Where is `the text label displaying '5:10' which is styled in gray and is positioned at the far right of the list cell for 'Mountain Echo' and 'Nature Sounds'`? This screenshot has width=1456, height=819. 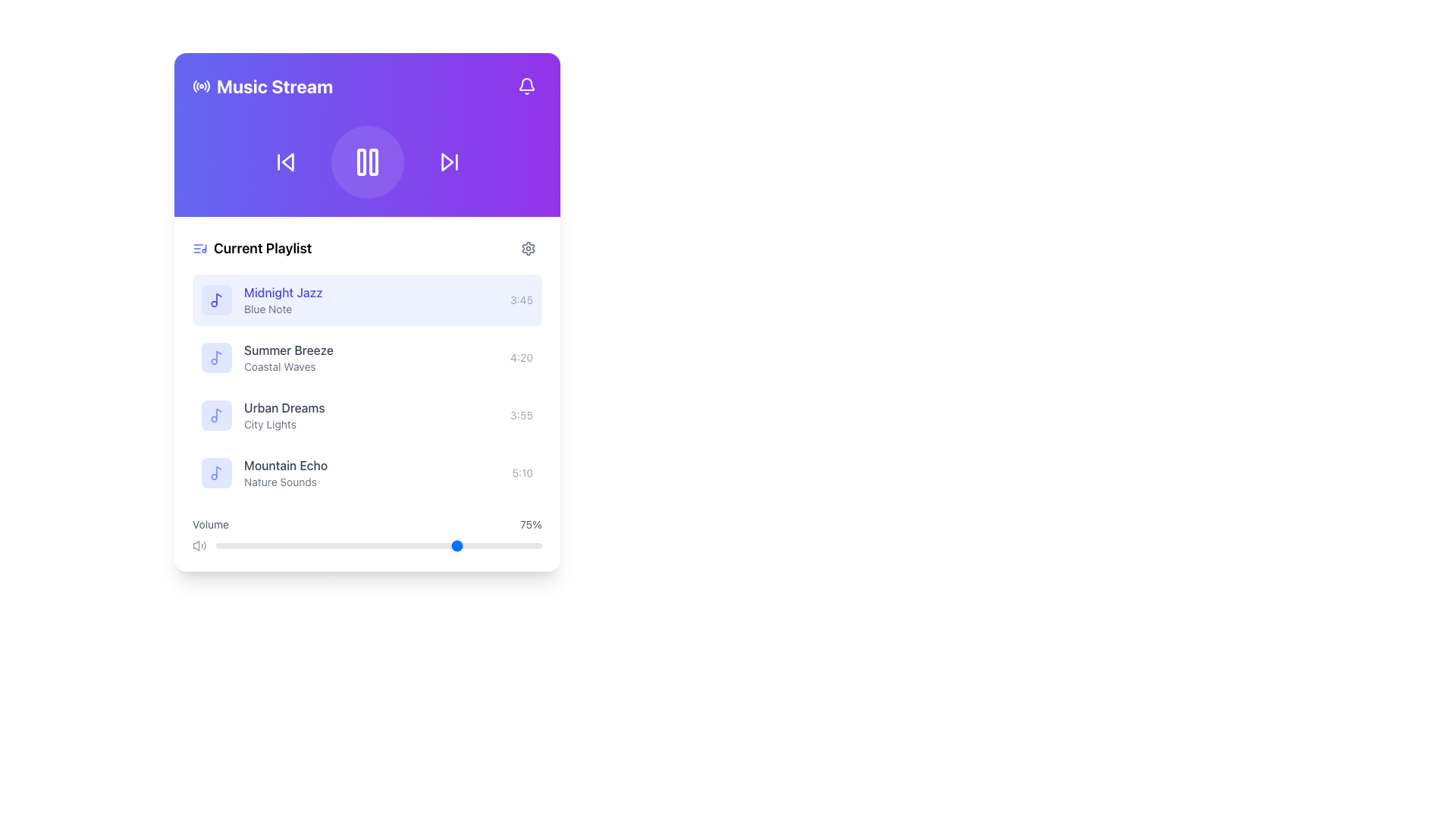
the text label displaying '5:10' which is styled in gray and is positioned at the far right of the list cell for 'Mountain Echo' and 'Nature Sounds' is located at coordinates (522, 472).